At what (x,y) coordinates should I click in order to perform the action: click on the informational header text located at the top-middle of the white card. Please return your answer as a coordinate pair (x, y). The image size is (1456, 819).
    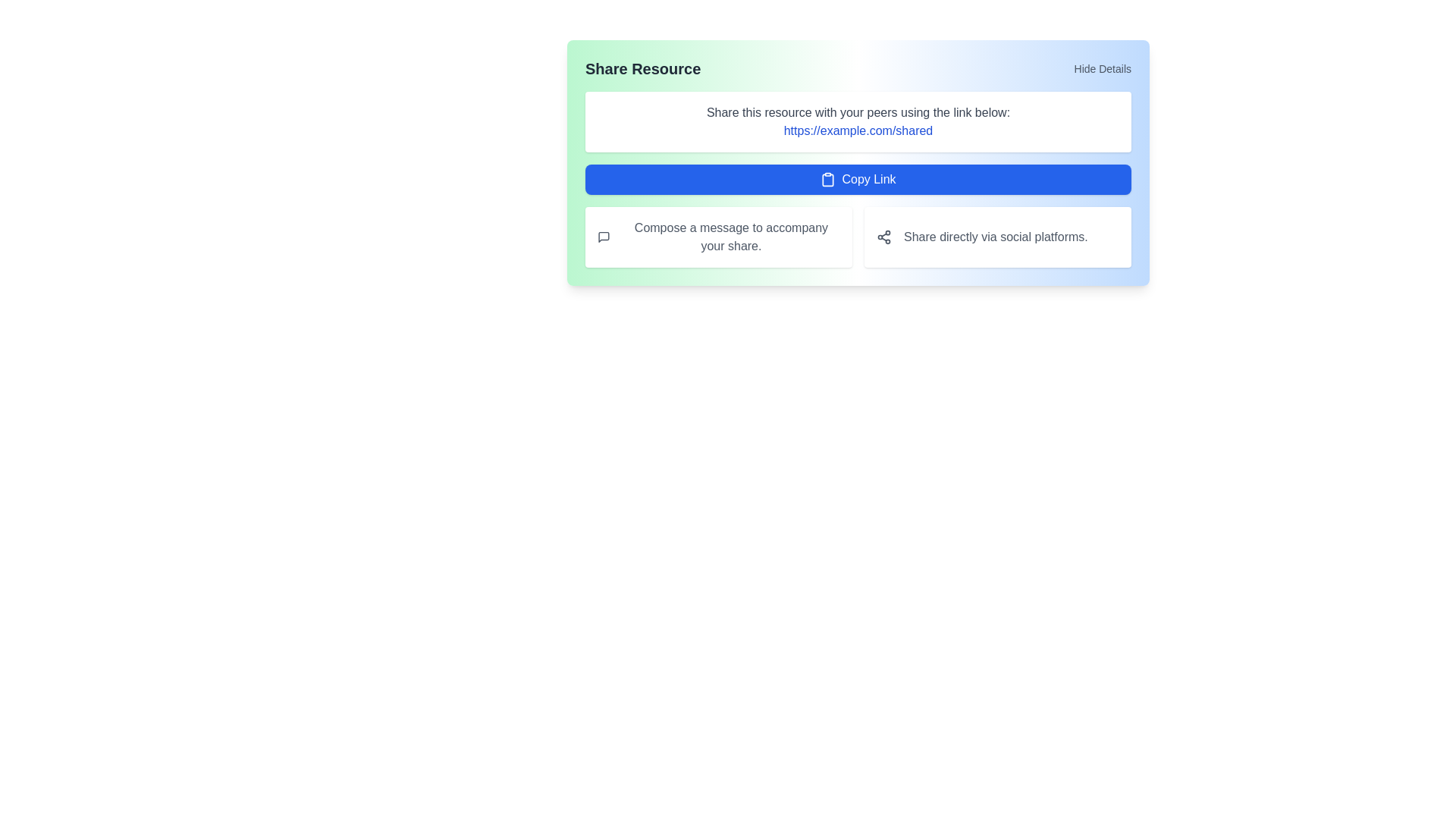
    Looking at the image, I should click on (858, 112).